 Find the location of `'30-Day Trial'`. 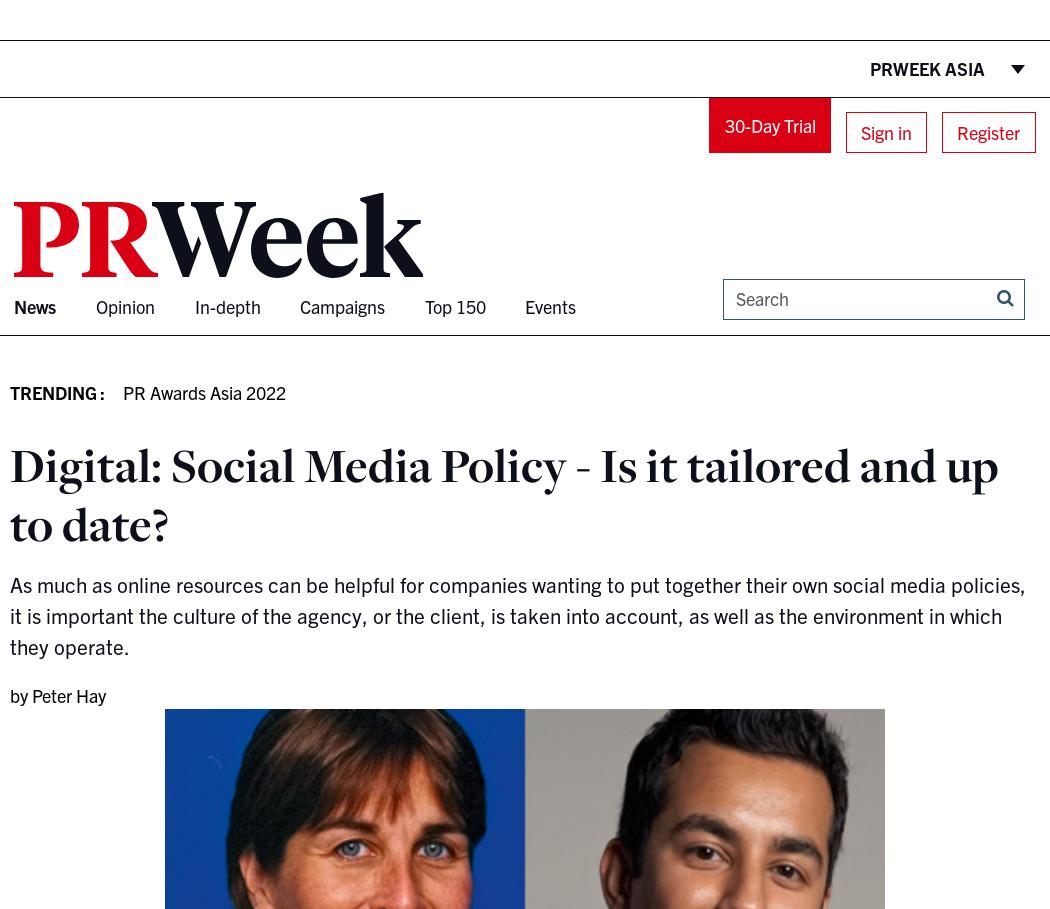

'30-Day Trial' is located at coordinates (769, 124).